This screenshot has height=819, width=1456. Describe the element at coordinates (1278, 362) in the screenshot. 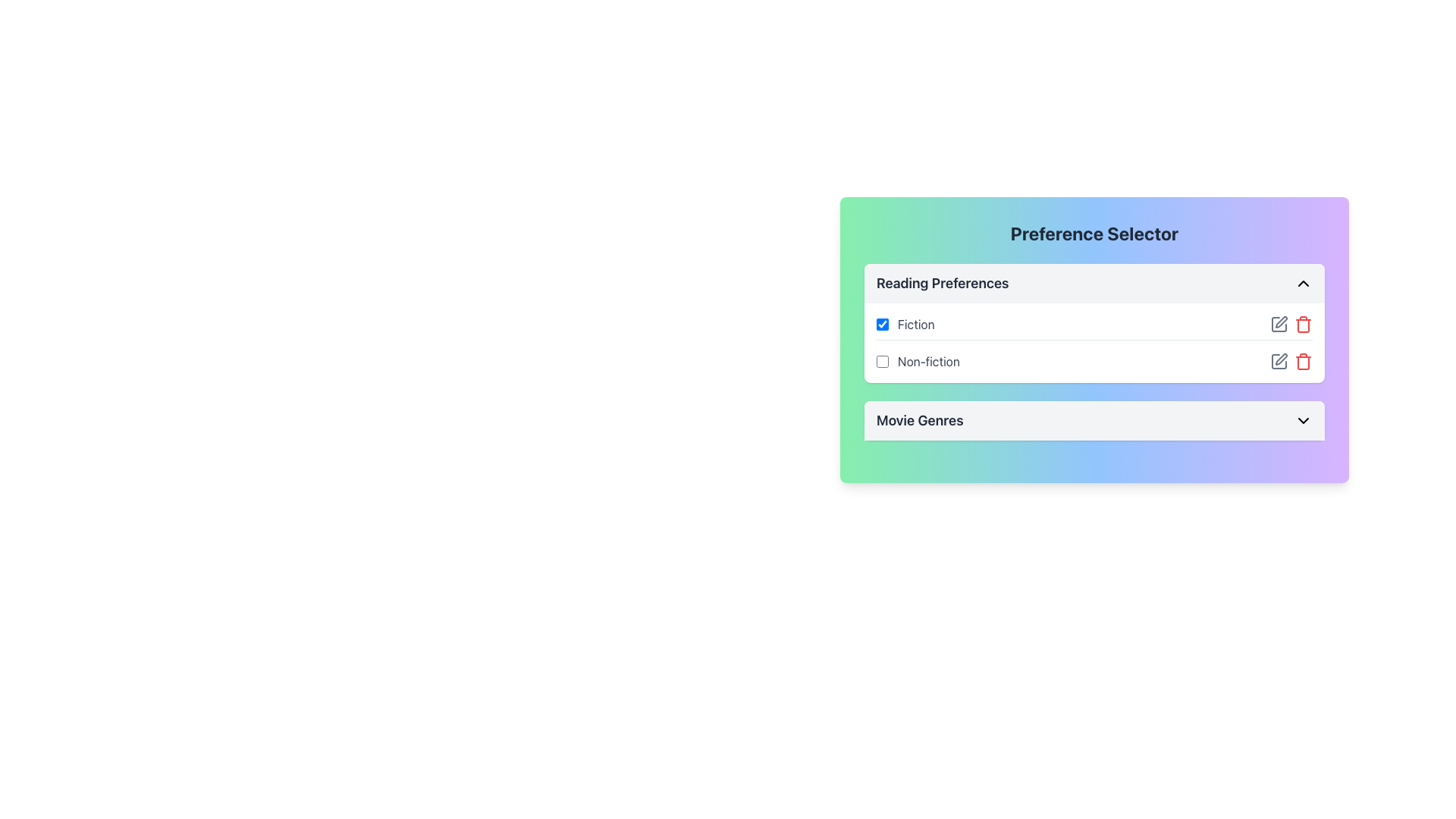

I see `the edit button for the 'Non-fiction' option in the 'Reading Preferences' section` at that location.